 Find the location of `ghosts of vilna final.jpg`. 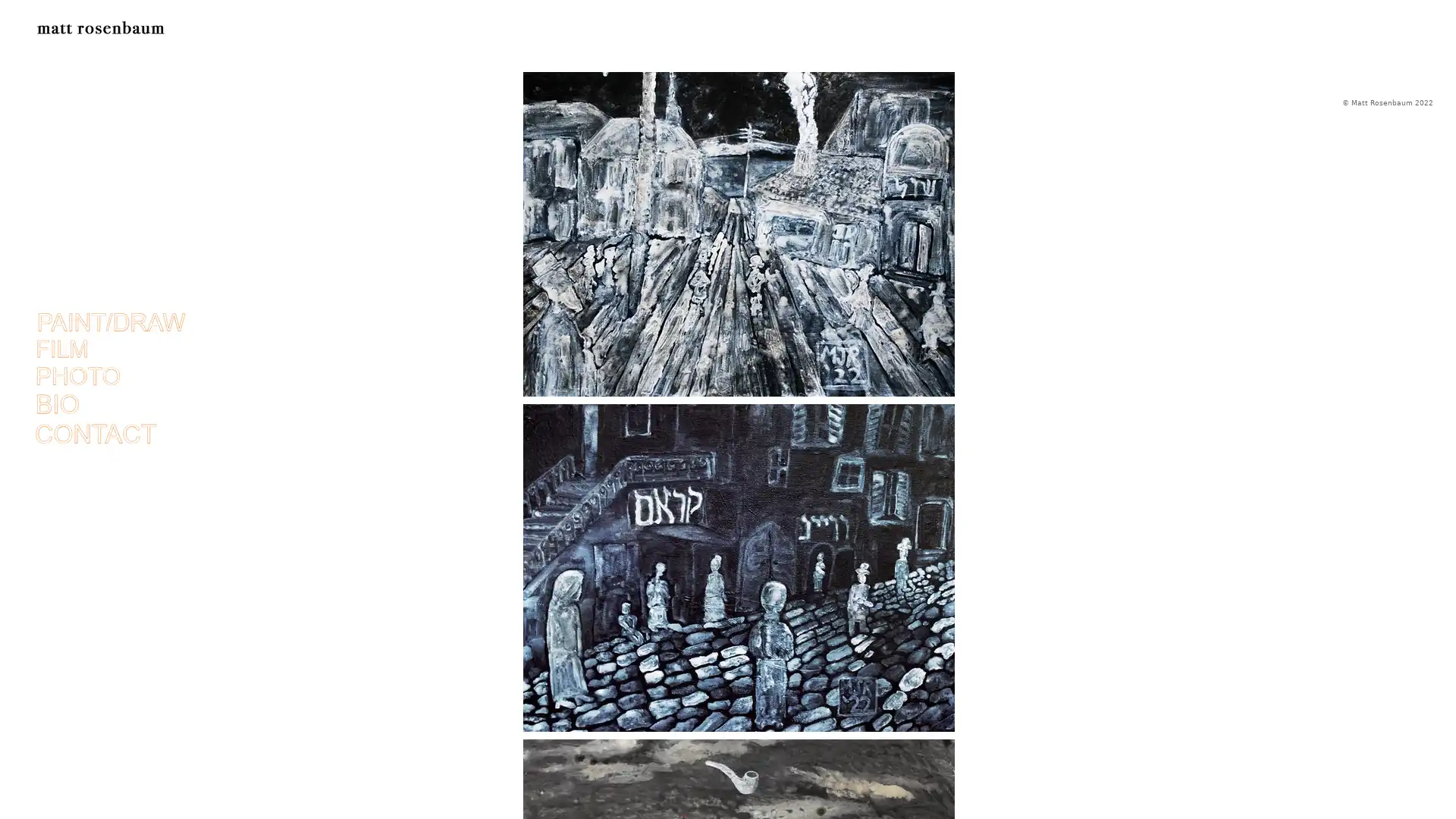

ghosts of vilna final.jpg is located at coordinates (739, 234).